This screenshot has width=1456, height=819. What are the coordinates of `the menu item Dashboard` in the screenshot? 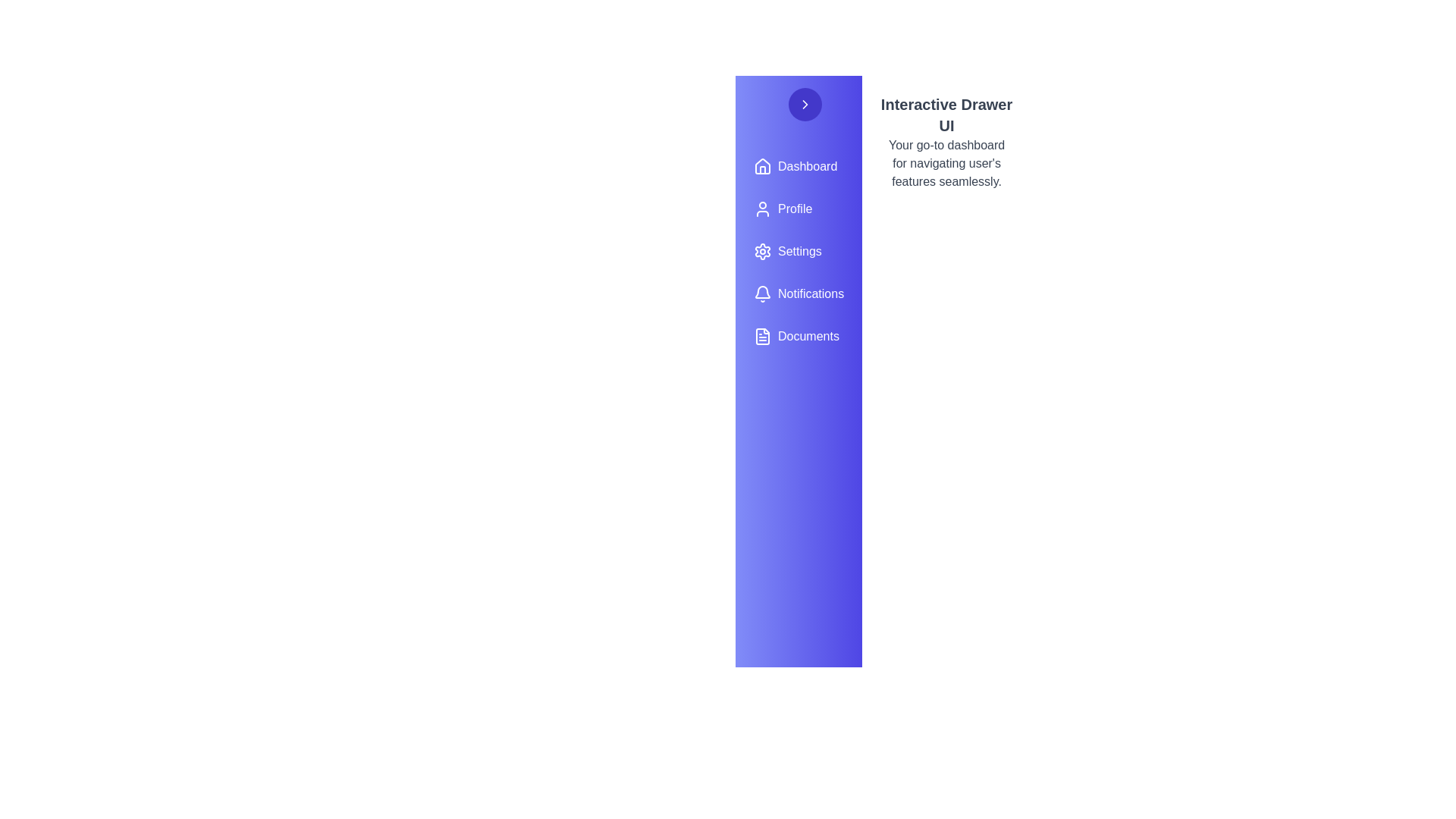 It's located at (798, 166).